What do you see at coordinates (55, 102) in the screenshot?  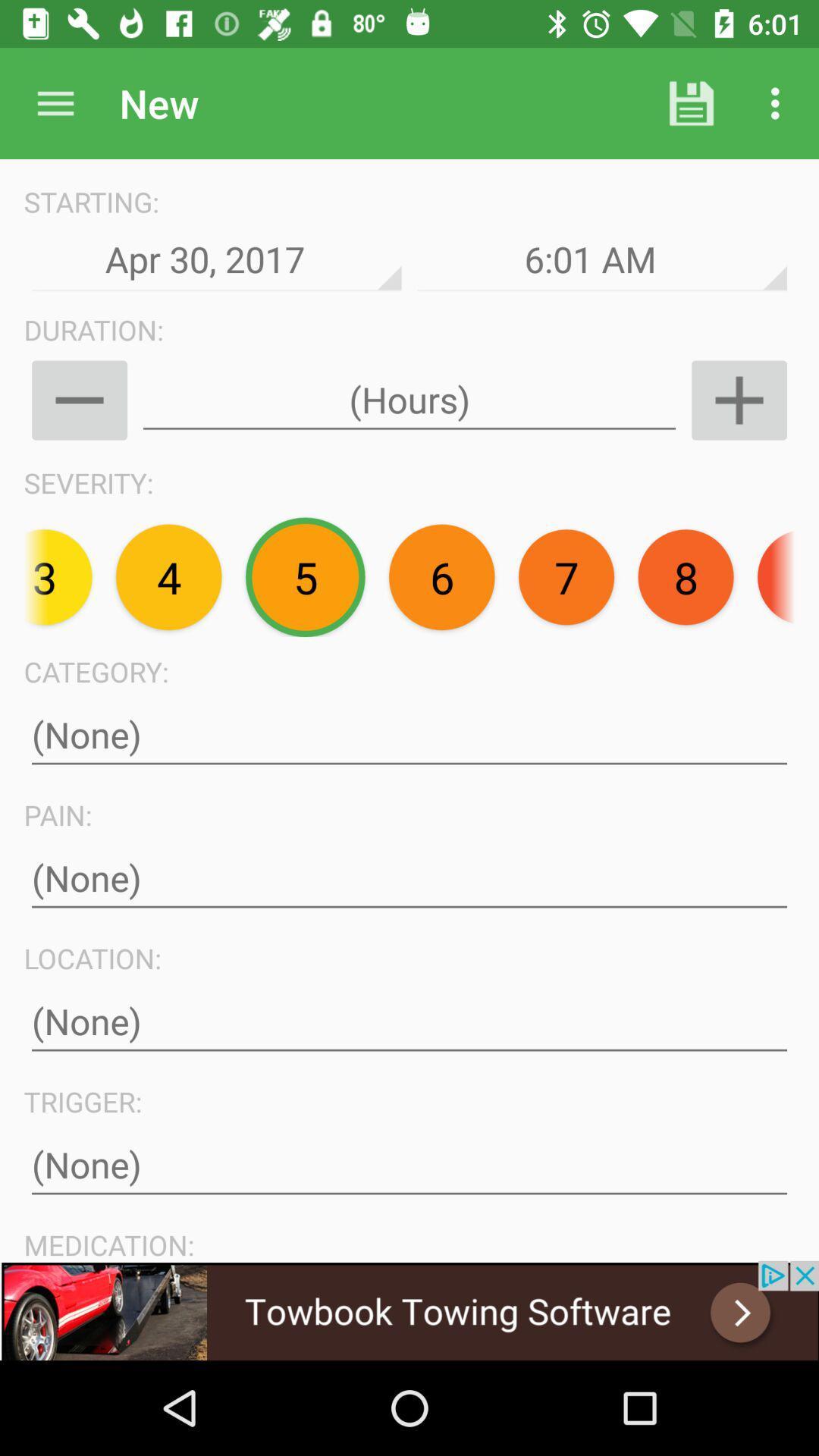 I see `setting bar option` at bounding box center [55, 102].